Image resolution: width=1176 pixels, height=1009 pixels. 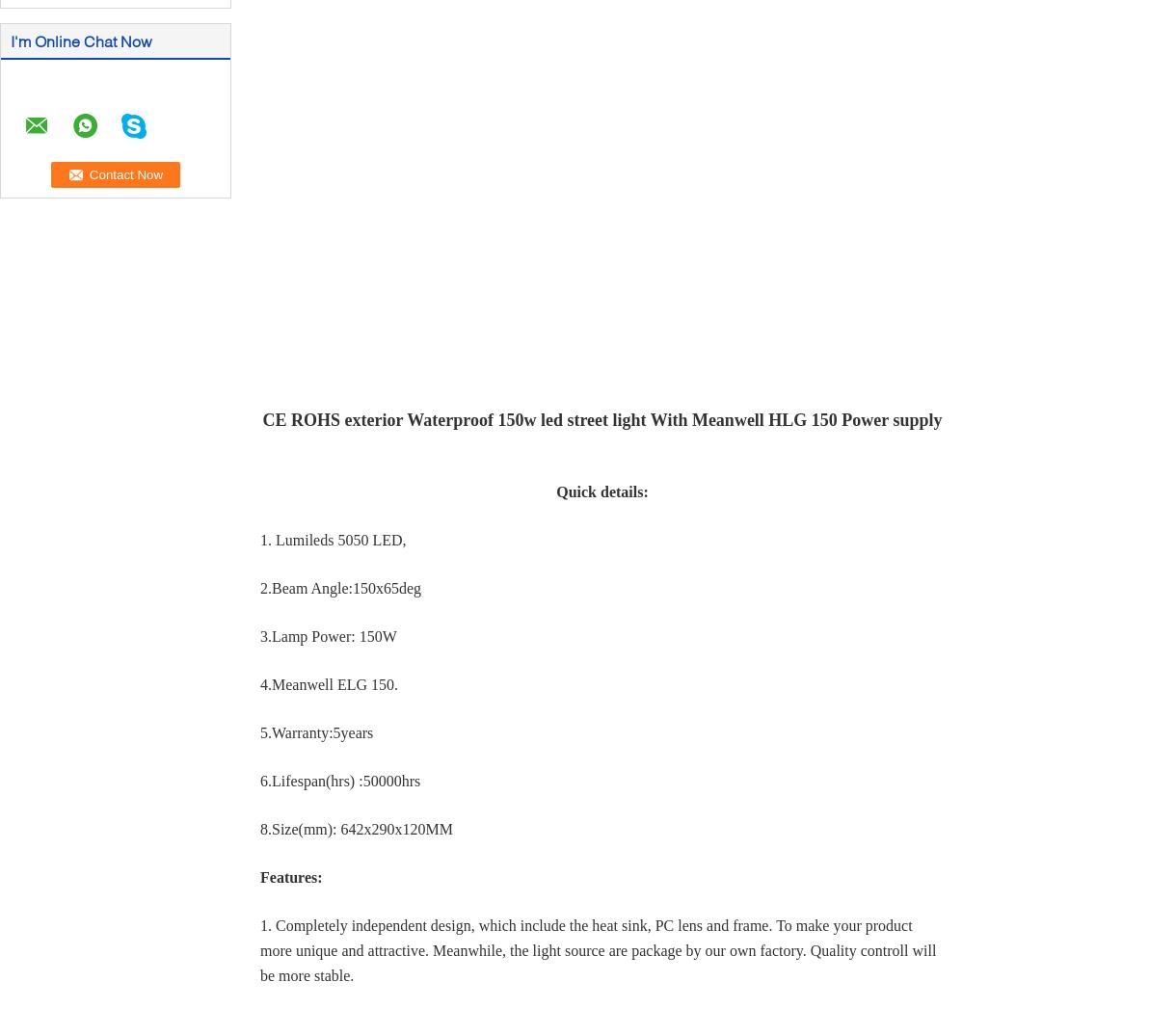 What do you see at coordinates (356, 828) in the screenshot?
I see `'8.Size(mm): 642x290x120MM'` at bounding box center [356, 828].